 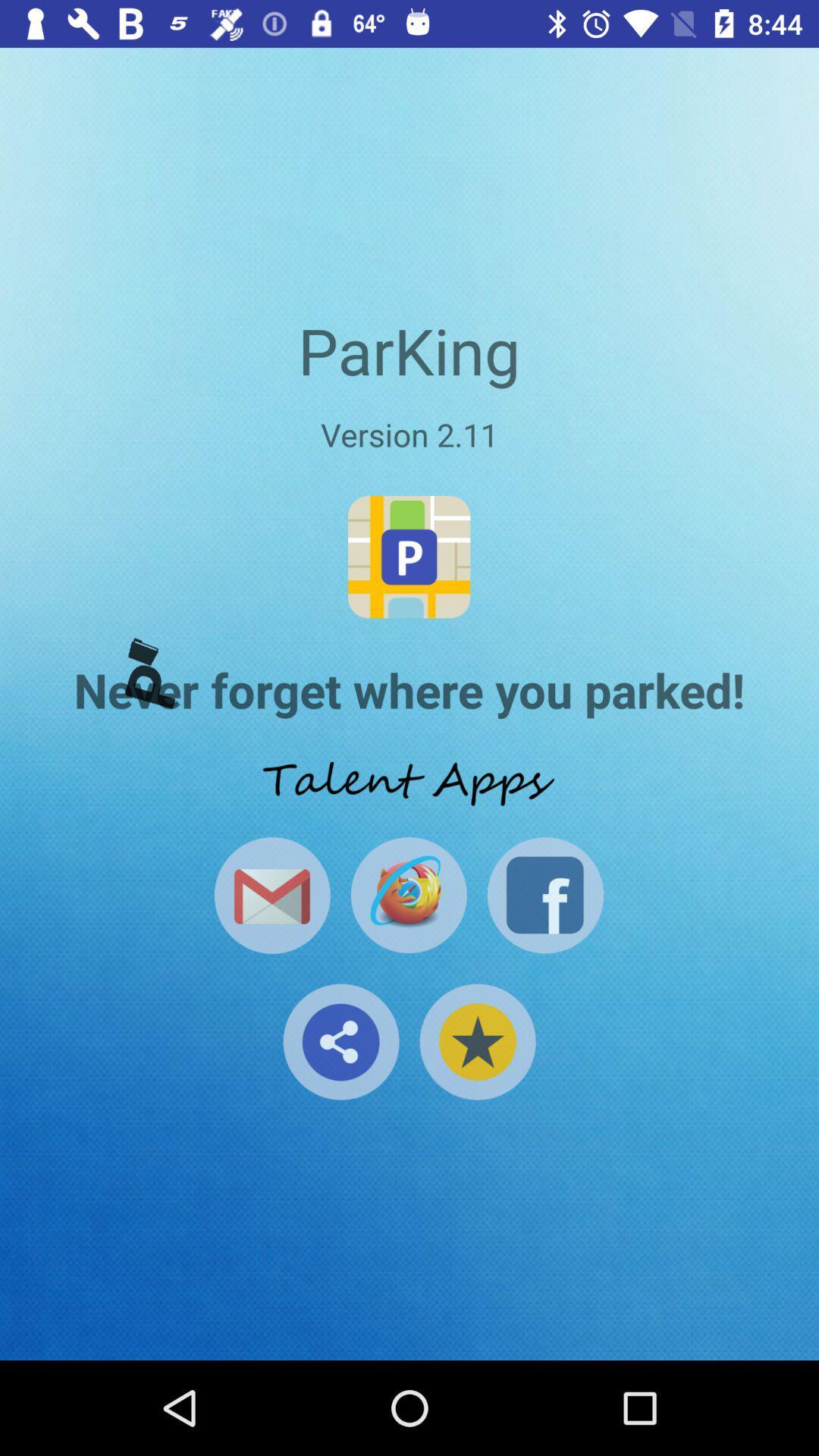 What do you see at coordinates (408, 895) in the screenshot?
I see `firefox button` at bounding box center [408, 895].